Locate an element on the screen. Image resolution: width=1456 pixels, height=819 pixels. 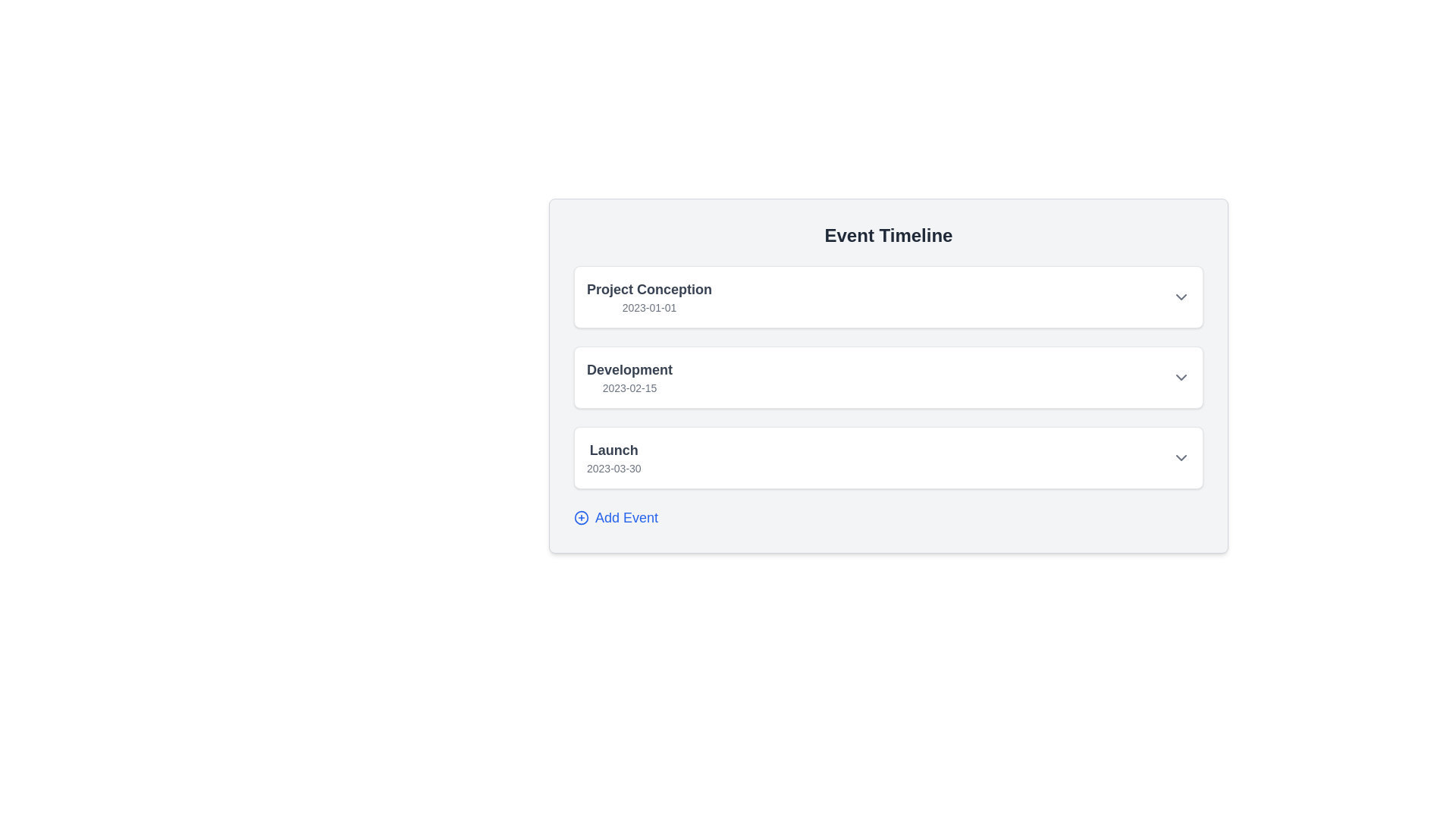
the 'Project Conception' text in the Information Display is located at coordinates (649, 297).